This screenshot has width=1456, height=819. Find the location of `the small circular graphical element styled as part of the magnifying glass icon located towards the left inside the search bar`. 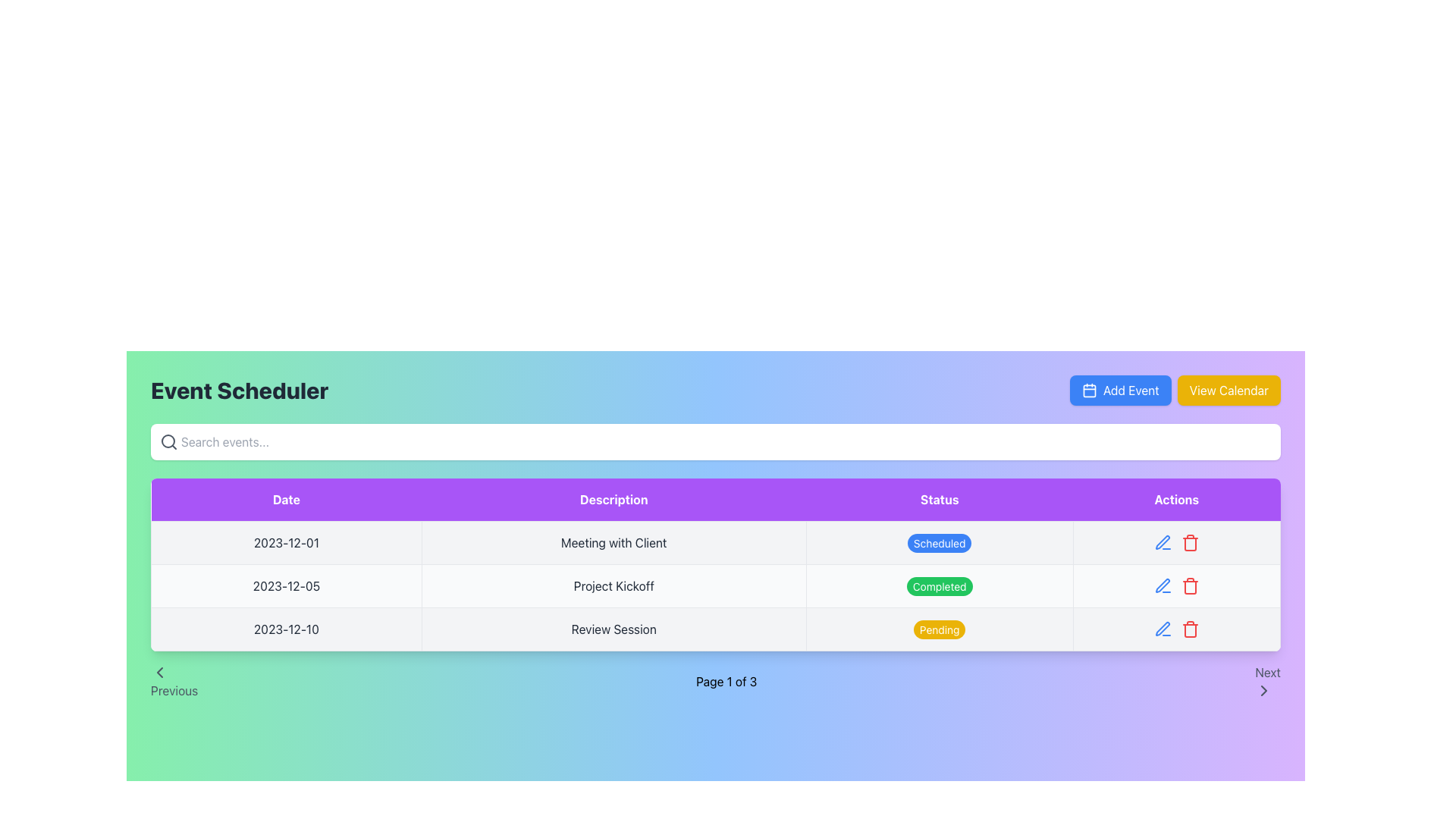

the small circular graphical element styled as part of the magnifying glass icon located towards the left inside the search bar is located at coordinates (168, 441).